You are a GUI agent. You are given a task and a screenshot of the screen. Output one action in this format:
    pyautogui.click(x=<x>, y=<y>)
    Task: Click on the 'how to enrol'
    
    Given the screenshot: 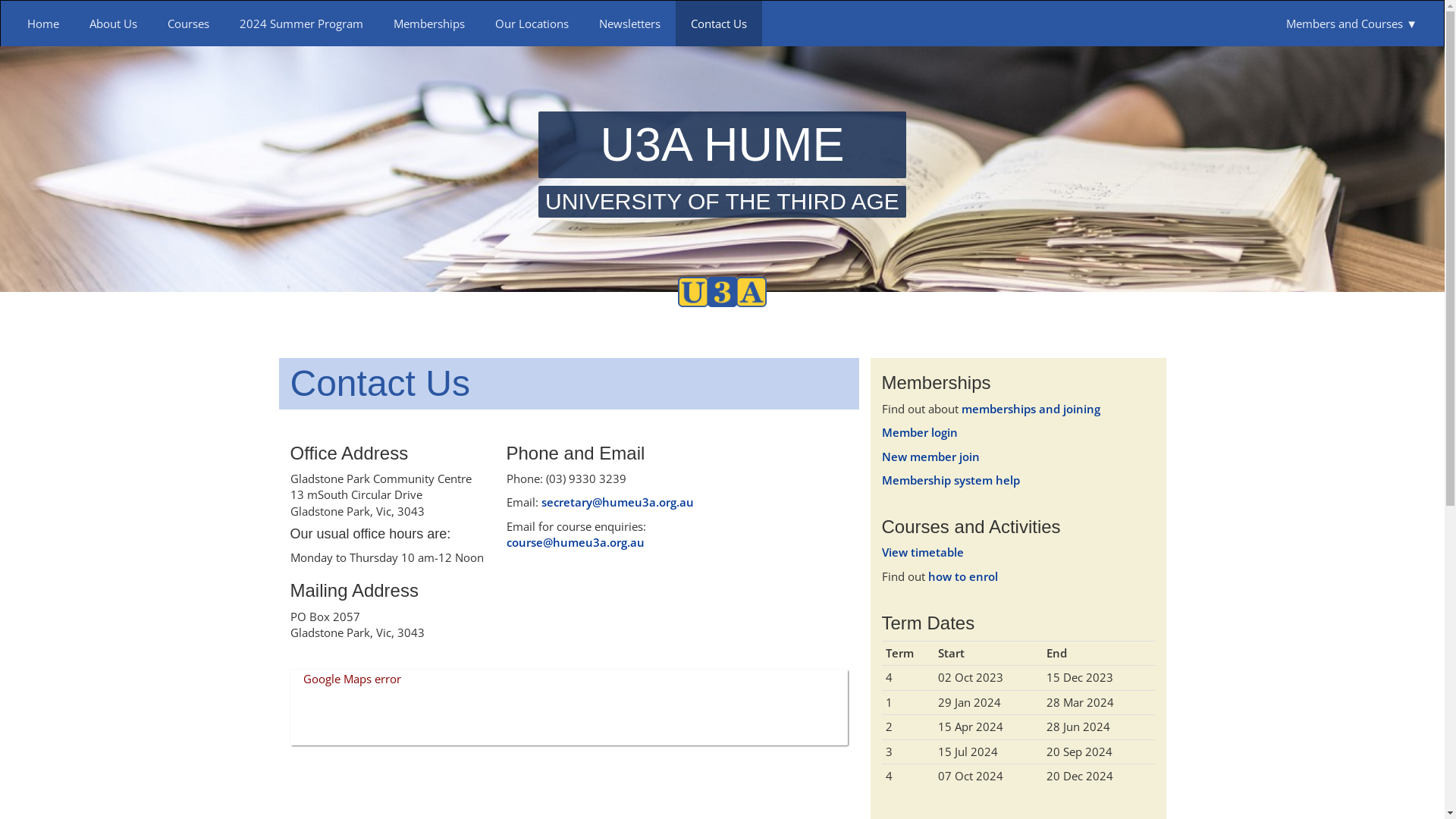 What is the action you would take?
    pyautogui.click(x=962, y=576)
    